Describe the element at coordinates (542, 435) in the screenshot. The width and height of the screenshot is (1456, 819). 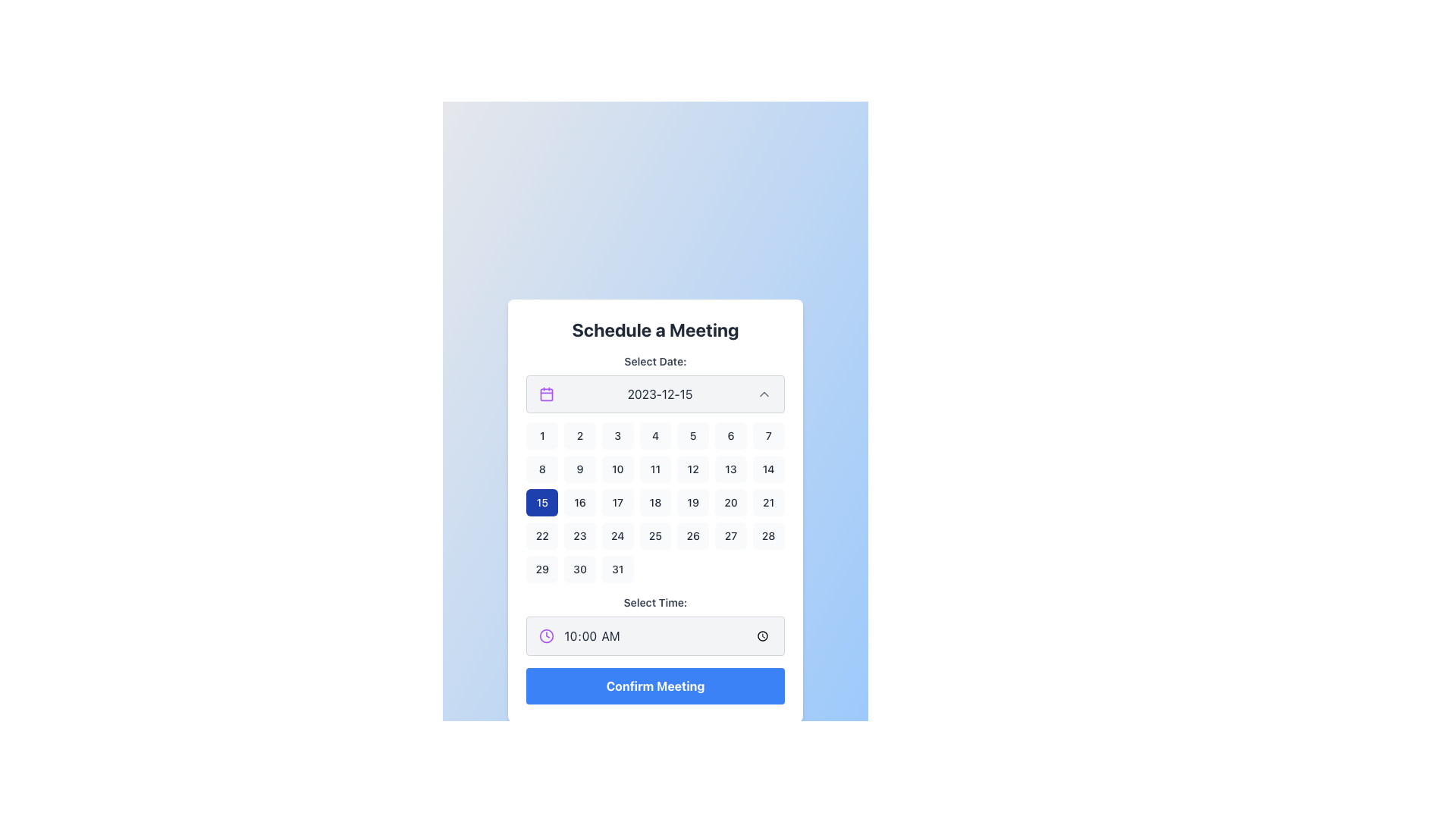
I see `the '1' button in the calendar interface` at that location.